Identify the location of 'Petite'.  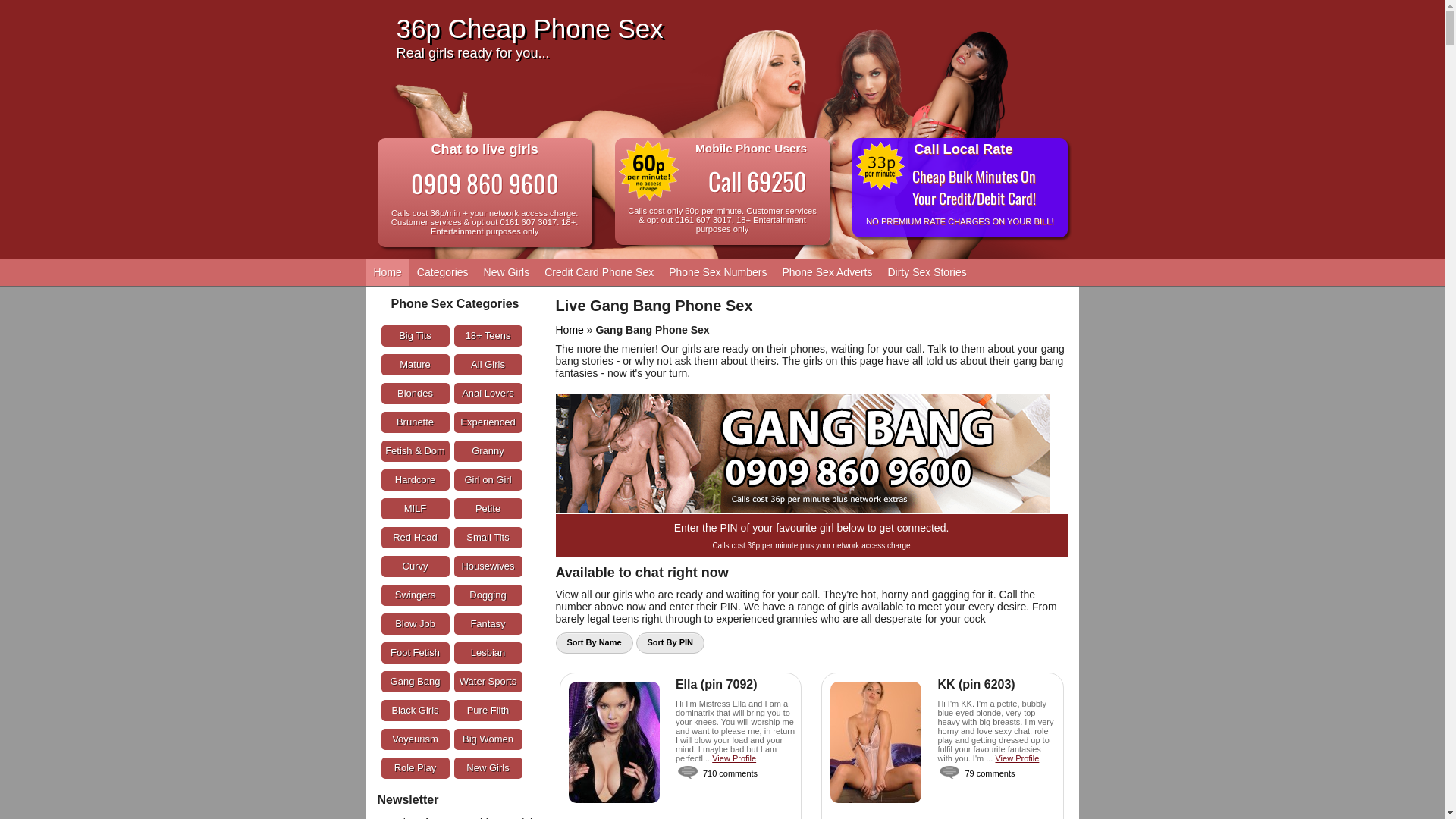
(488, 509).